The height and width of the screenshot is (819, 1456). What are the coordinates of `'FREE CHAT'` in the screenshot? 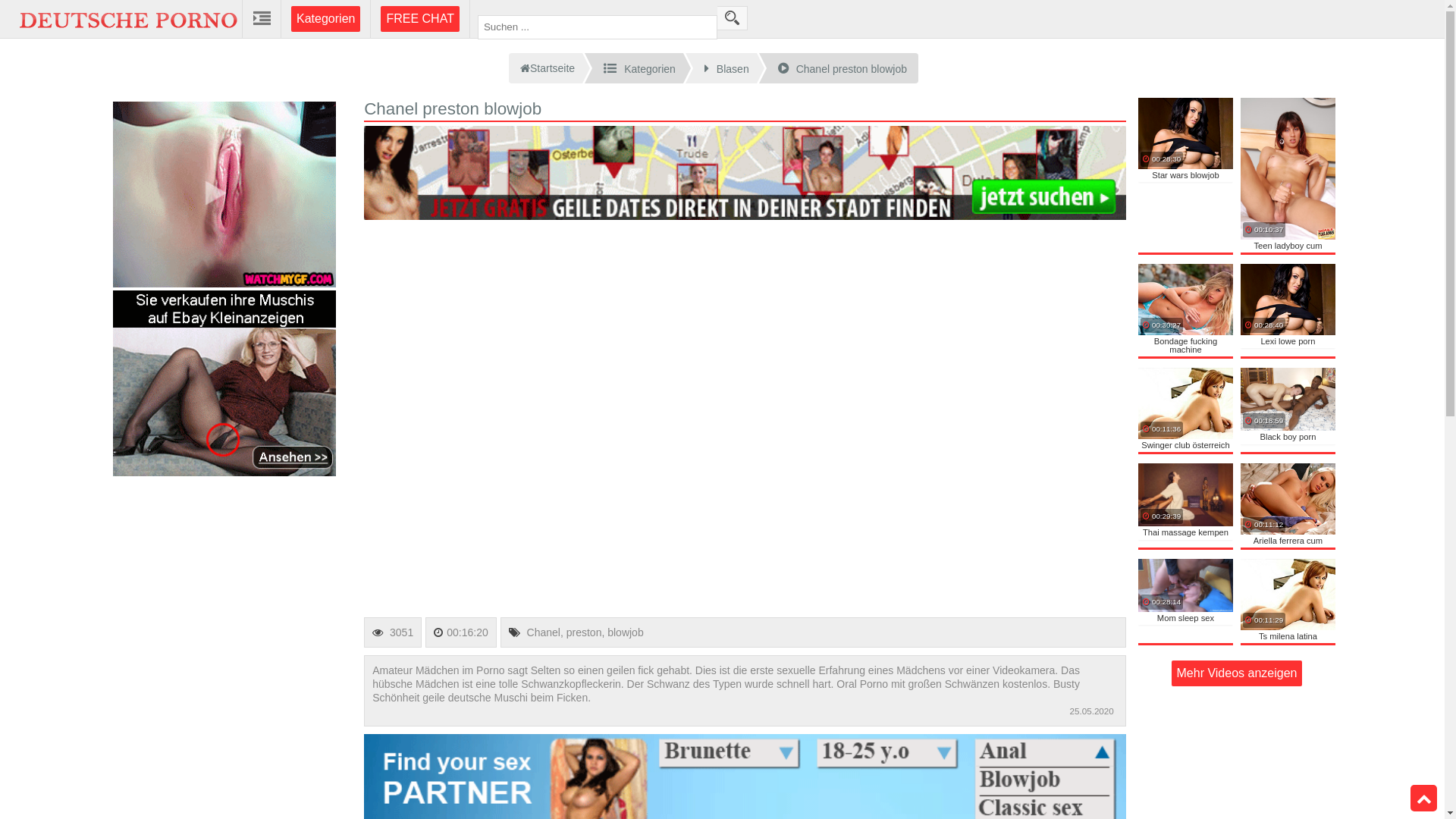 It's located at (419, 18).